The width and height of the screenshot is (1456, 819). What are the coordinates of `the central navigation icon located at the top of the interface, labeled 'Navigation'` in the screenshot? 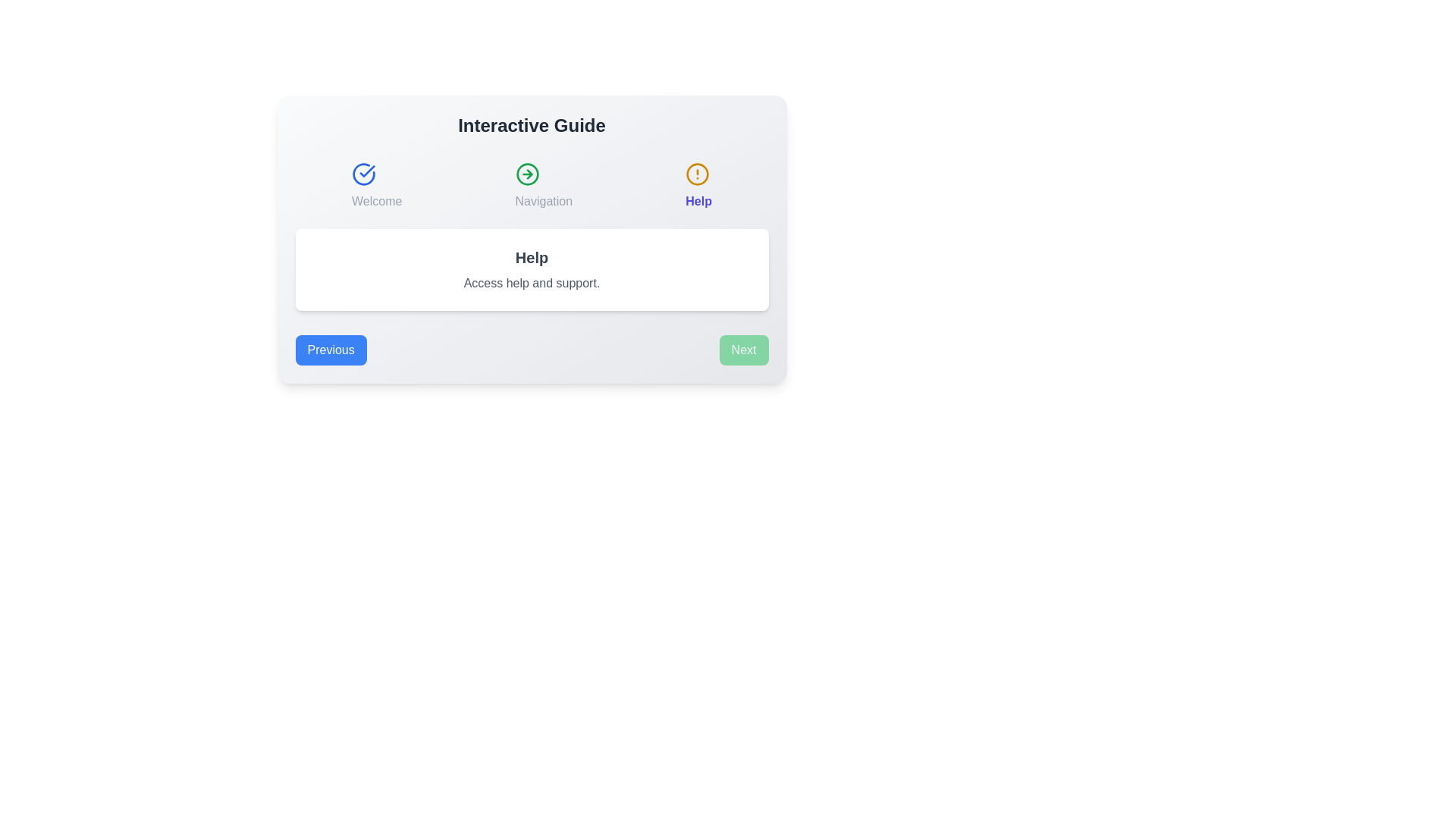 It's located at (527, 174).